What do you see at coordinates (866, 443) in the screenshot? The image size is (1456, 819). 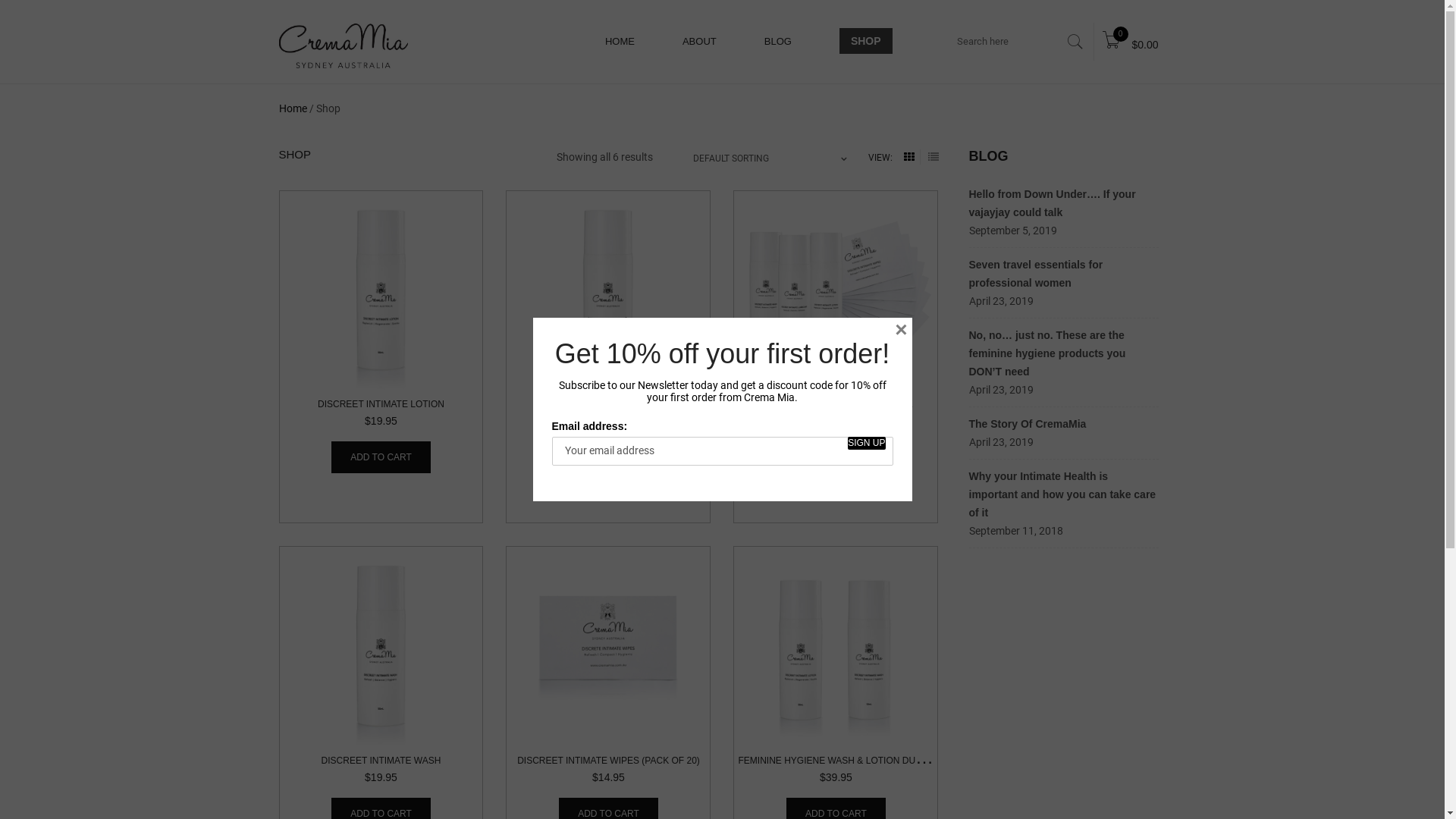 I see `'Sign up'` at bounding box center [866, 443].